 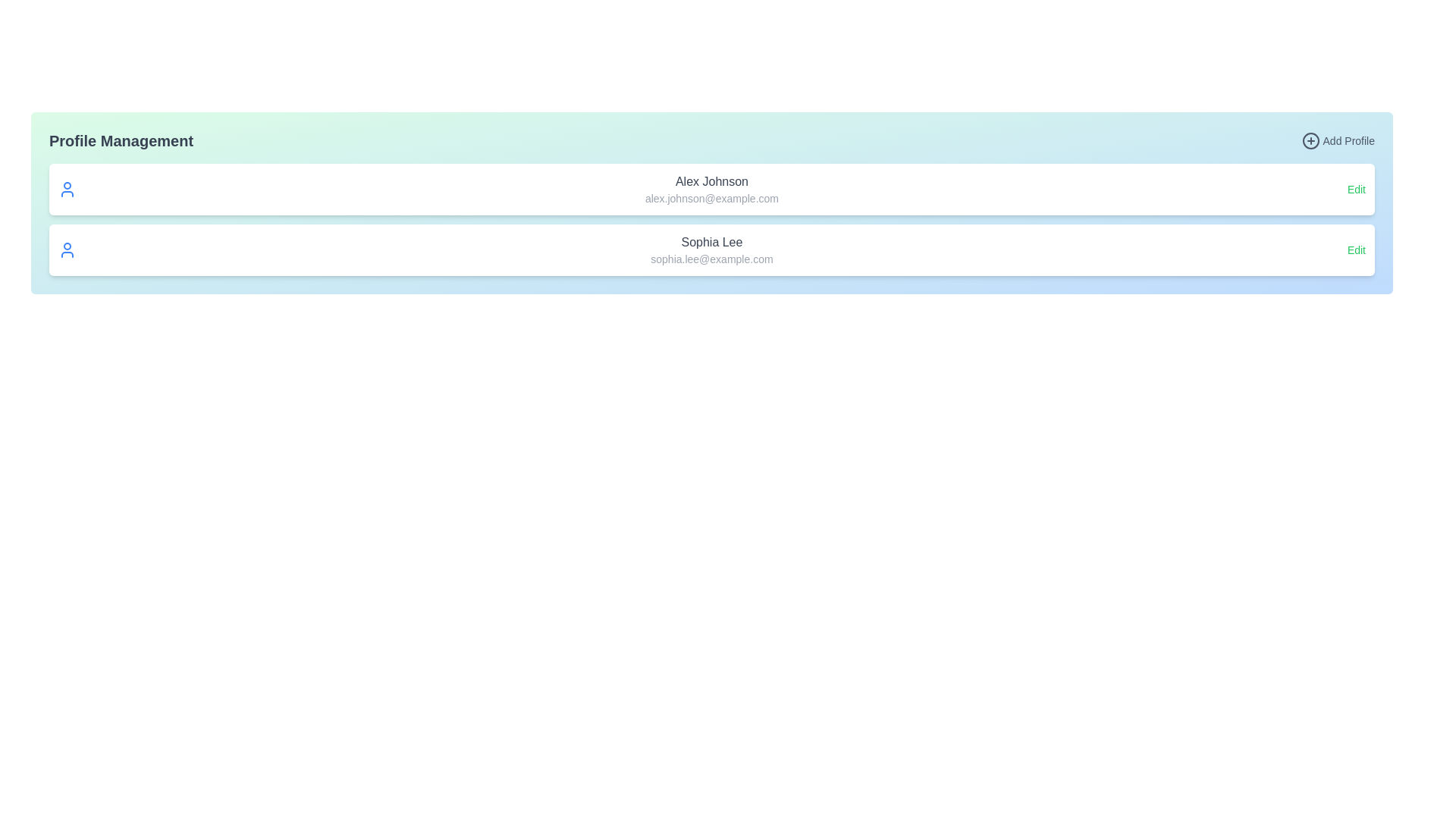 What do you see at coordinates (711, 259) in the screenshot?
I see `the static text label displaying the email address 'sophia.lee@example.com', which is located beneath the name 'Sophia Lee' in the user profile section` at bounding box center [711, 259].